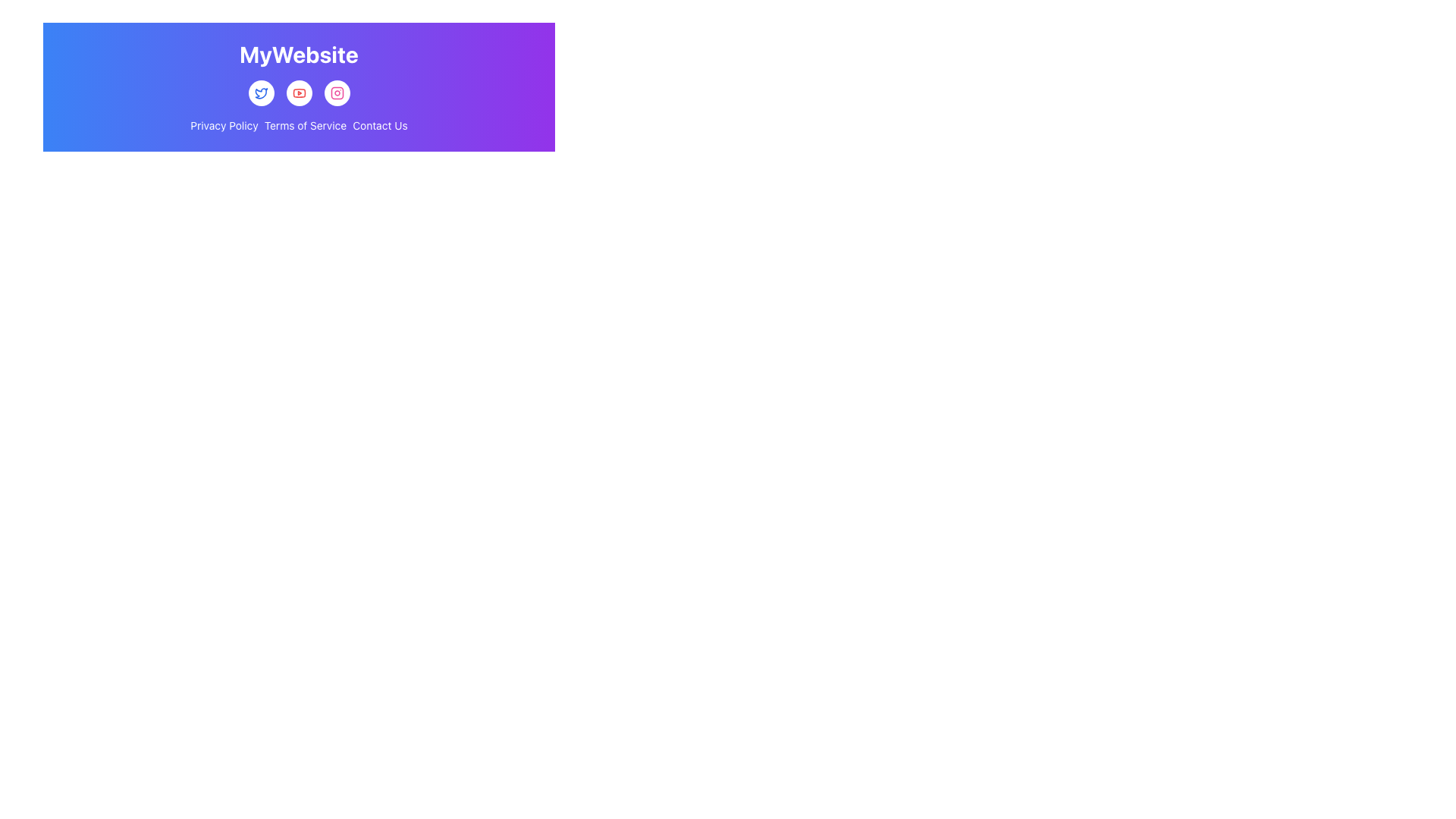 Image resolution: width=1456 pixels, height=819 pixels. Describe the element at coordinates (299, 93) in the screenshot. I see `the YouTube logo SVG icon located in the header of the page` at that location.